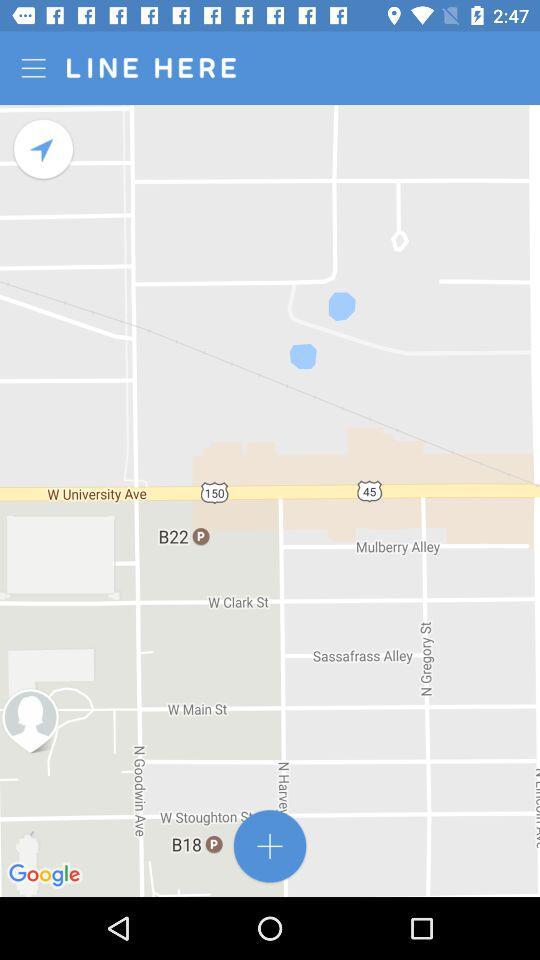 This screenshot has height=960, width=540. What do you see at coordinates (44, 148) in the screenshot?
I see `find location` at bounding box center [44, 148].